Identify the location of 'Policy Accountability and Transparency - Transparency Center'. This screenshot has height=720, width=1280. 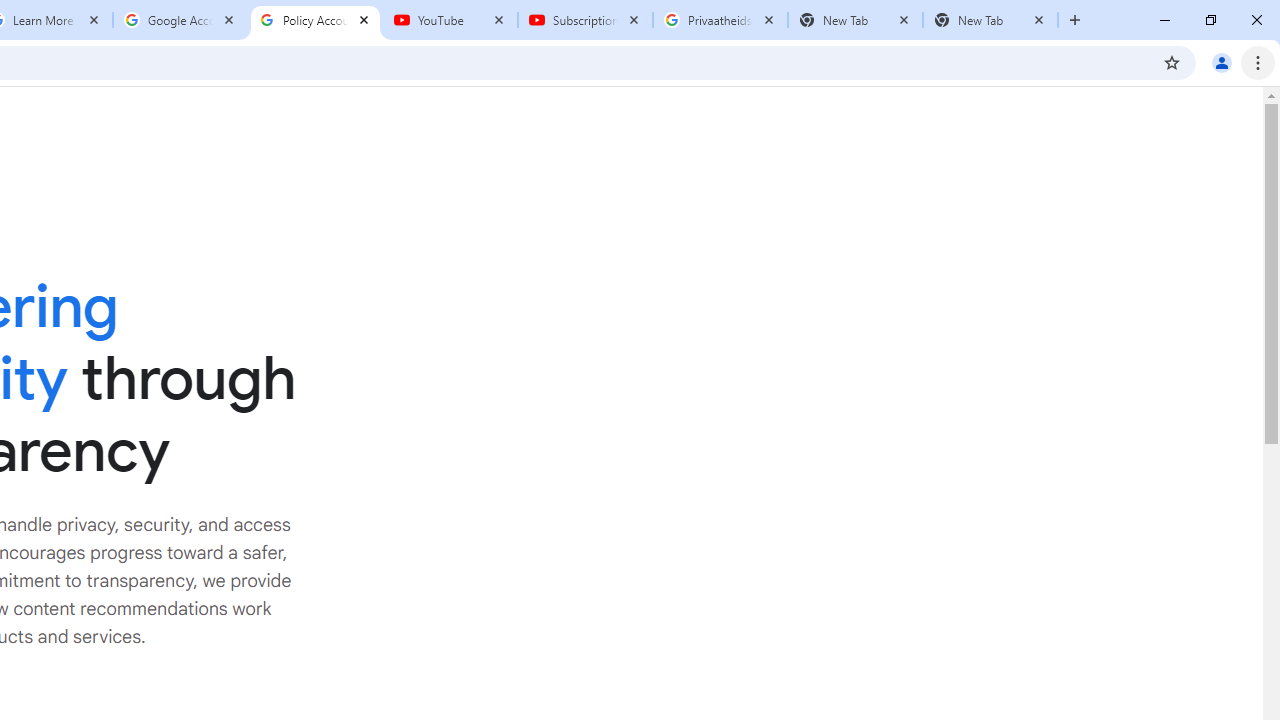
(314, 20).